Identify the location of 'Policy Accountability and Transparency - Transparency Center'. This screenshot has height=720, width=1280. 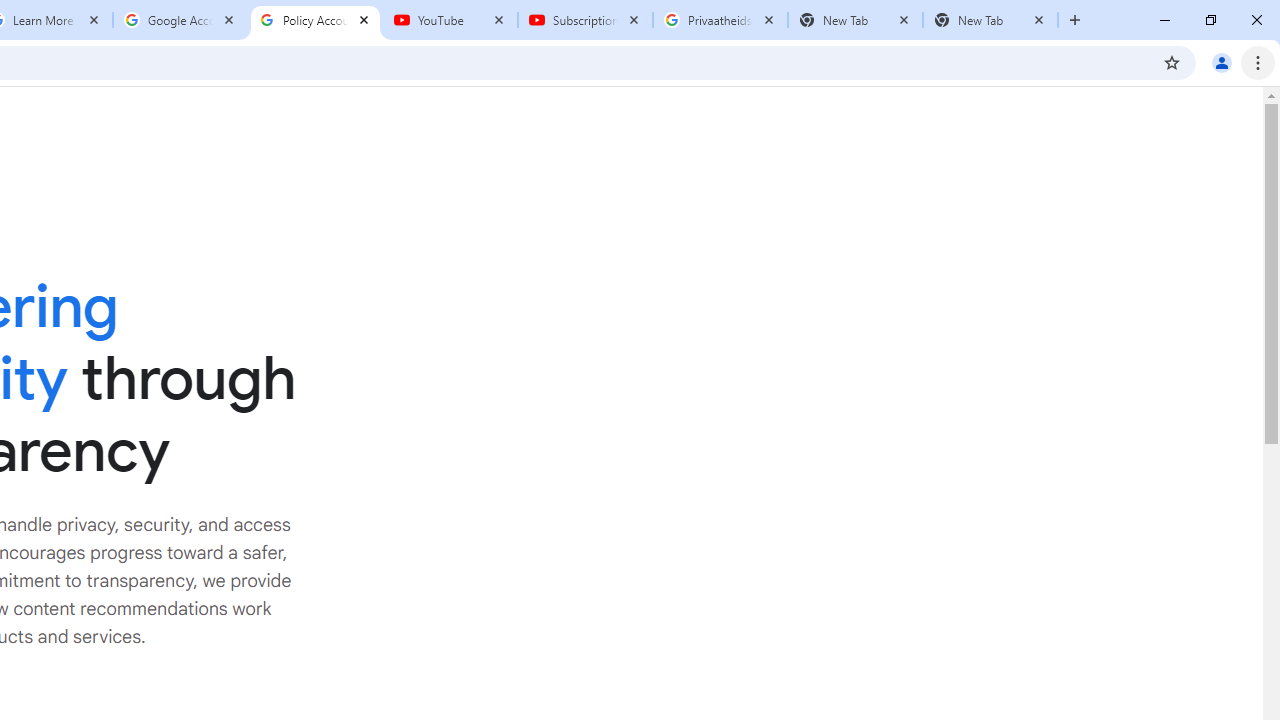
(314, 20).